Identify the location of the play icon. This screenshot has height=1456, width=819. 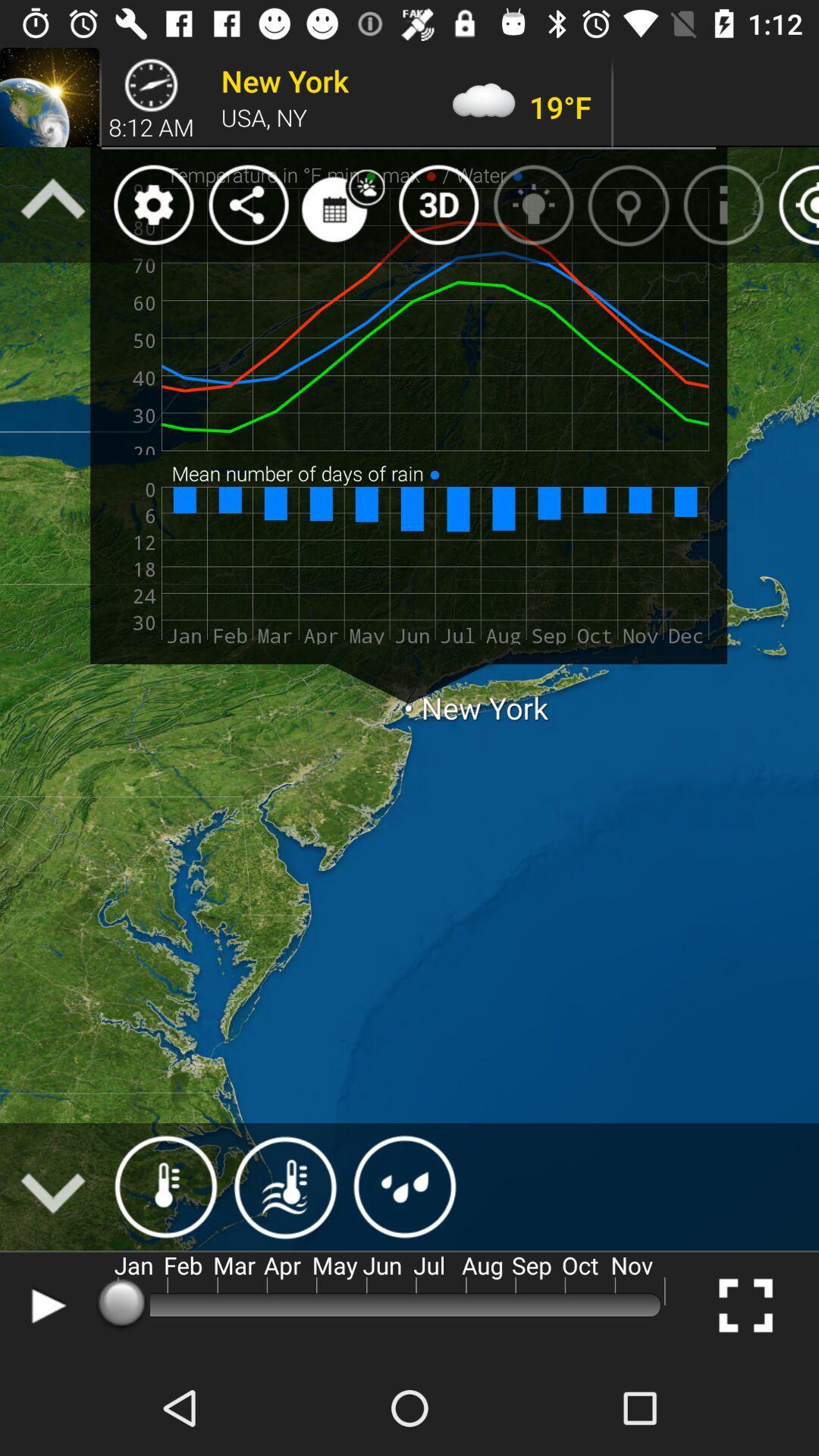
(44, 1304).